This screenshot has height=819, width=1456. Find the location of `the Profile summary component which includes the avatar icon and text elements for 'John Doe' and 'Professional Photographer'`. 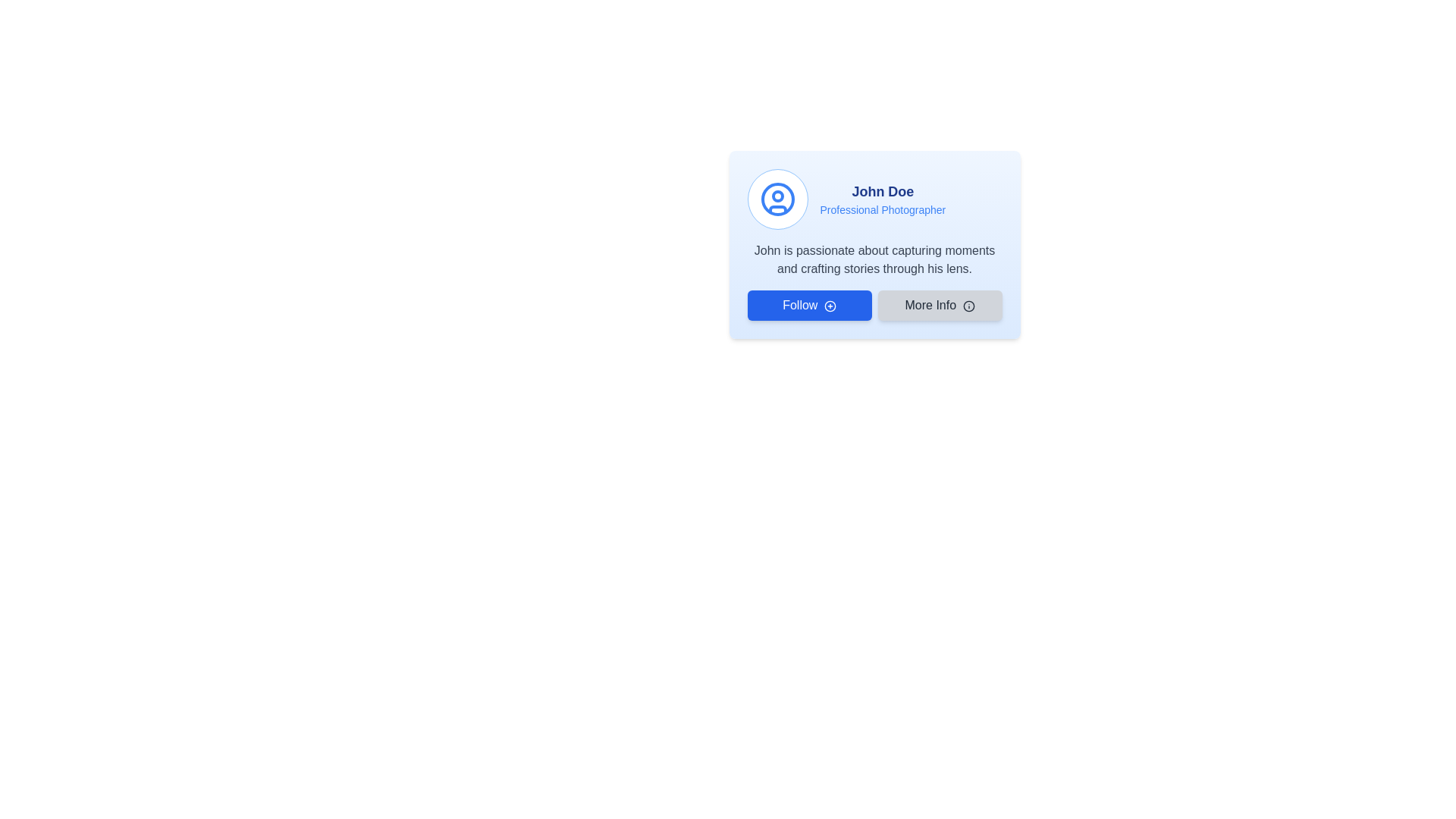

the Profile summary component which includes the avatar icon and text elements for 'John Doe' and 'Professional Photographer' is located at coordinates (874, 198).